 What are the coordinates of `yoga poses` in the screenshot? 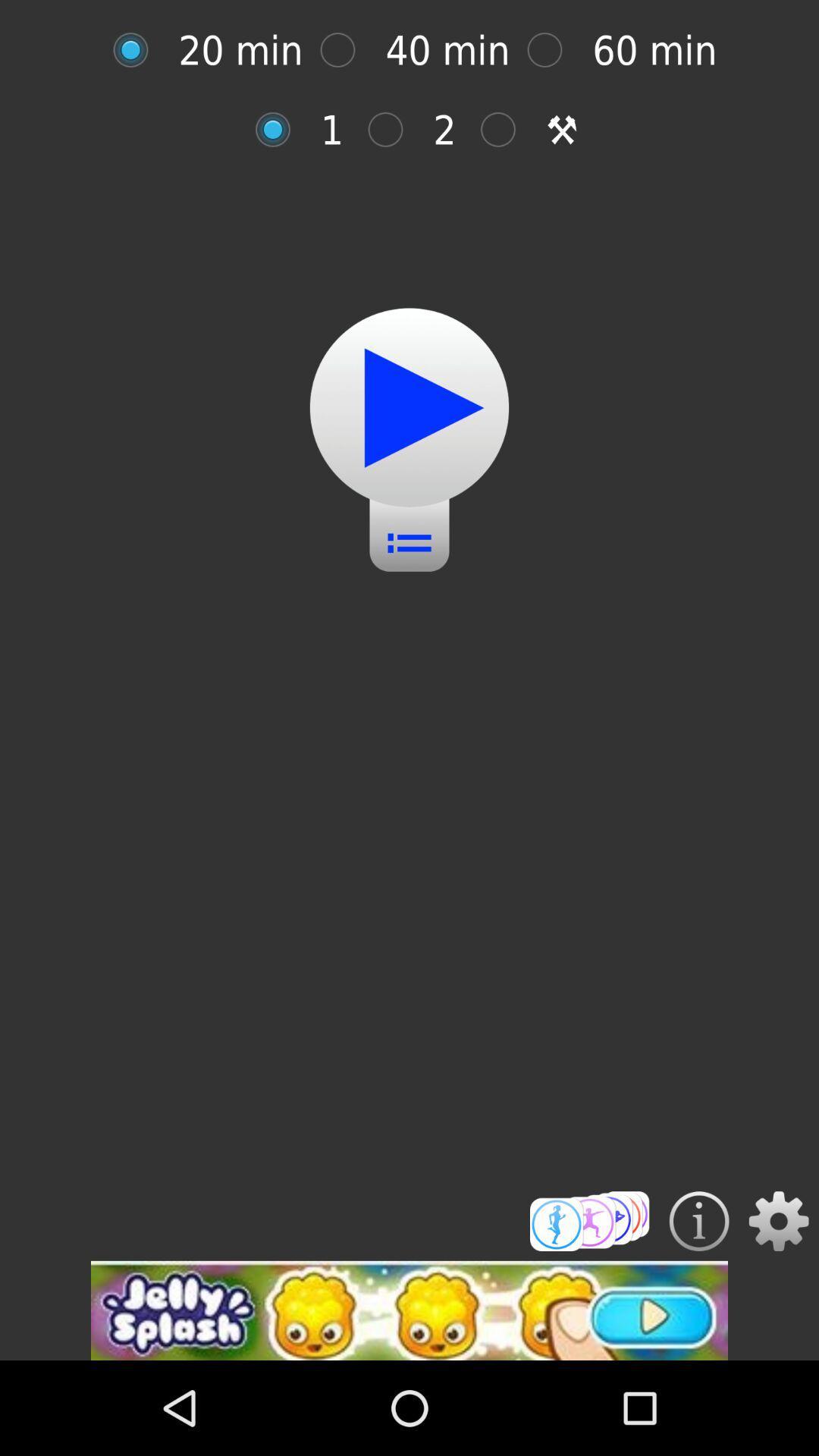 It's located at (588, 1221).